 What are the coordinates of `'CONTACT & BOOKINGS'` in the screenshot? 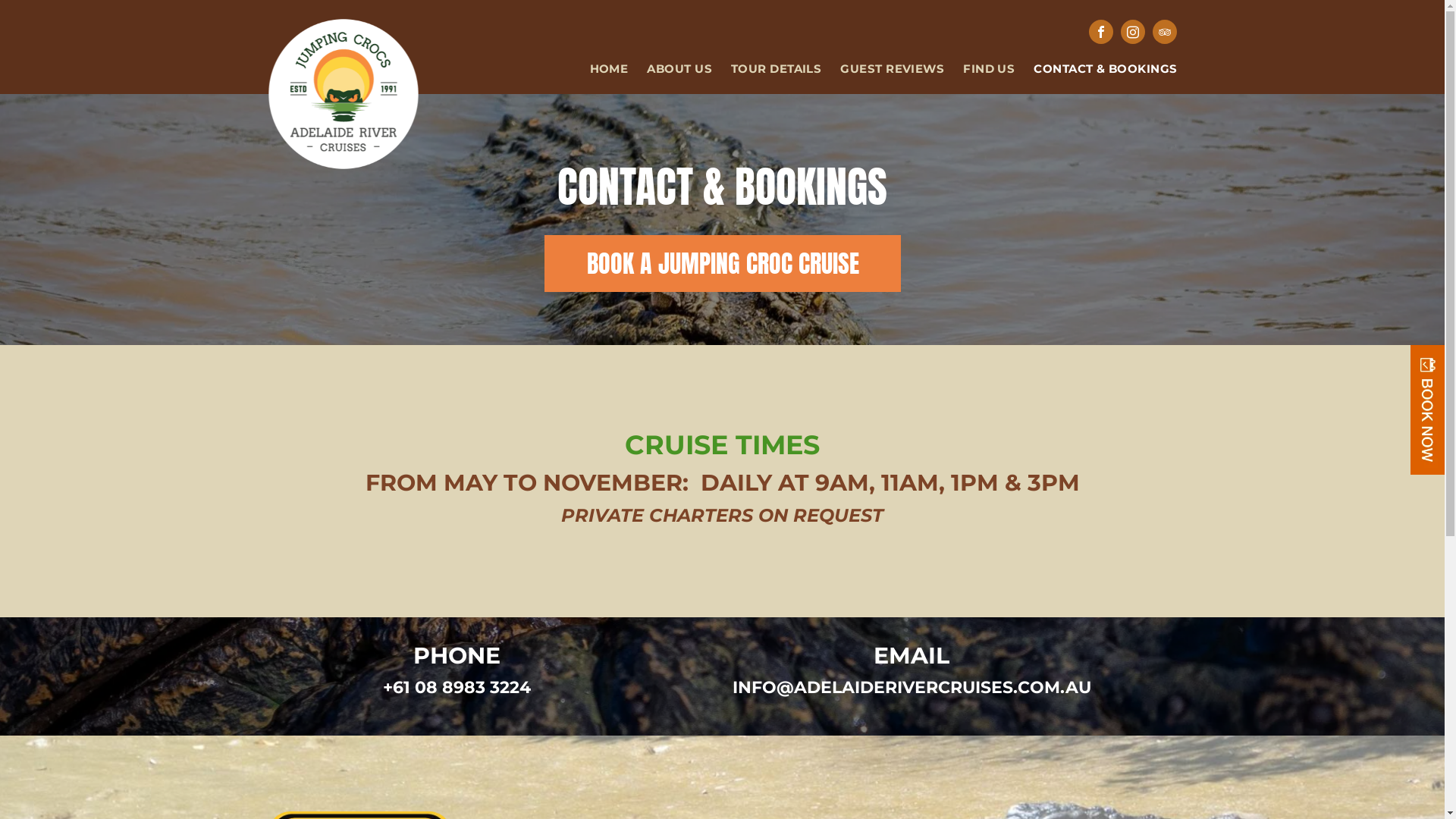 It's located at (1095, 69).